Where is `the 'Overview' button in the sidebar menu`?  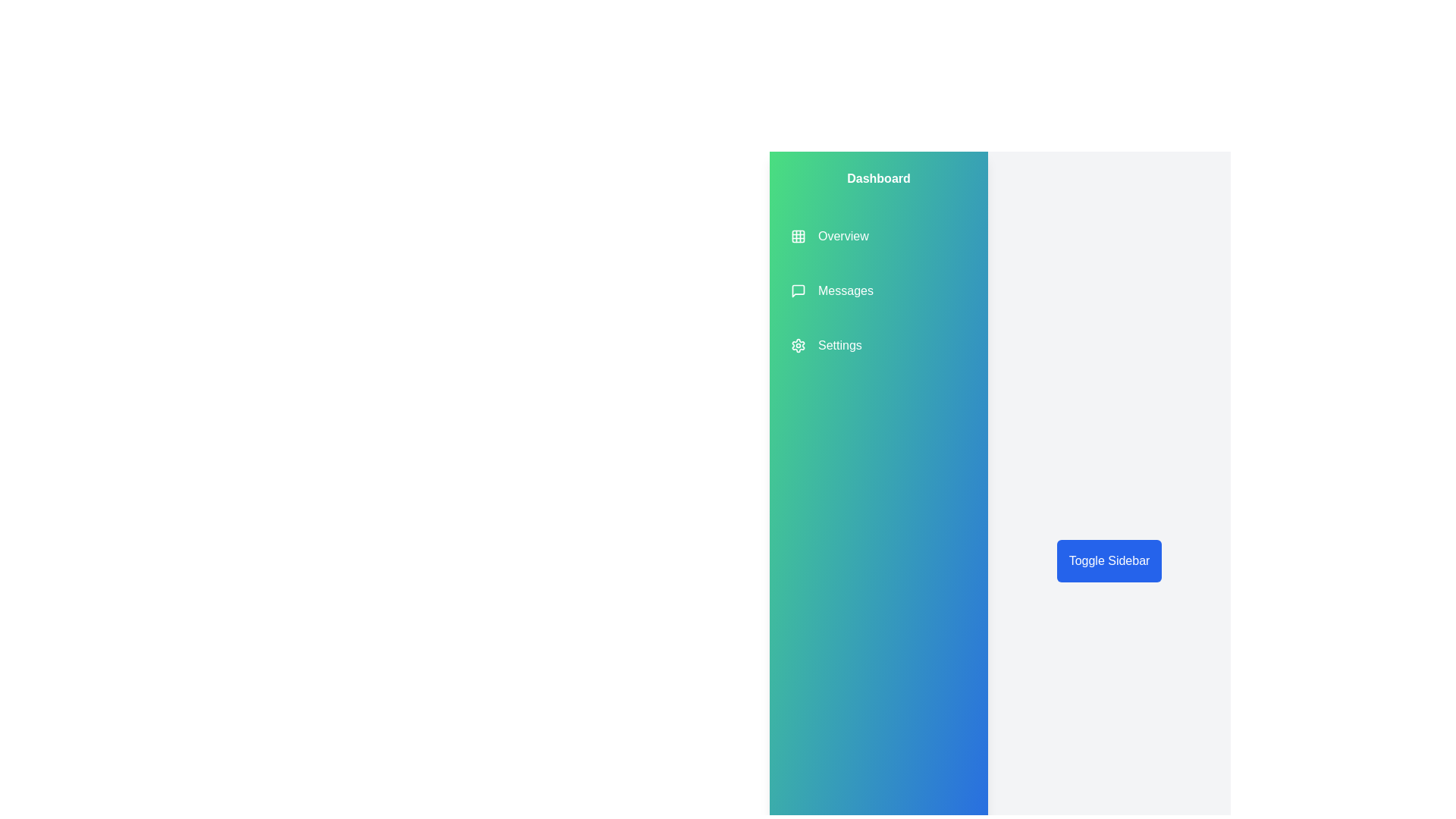
the 'Overview' button in the sidebar menu is located at coordinates (829, 237).